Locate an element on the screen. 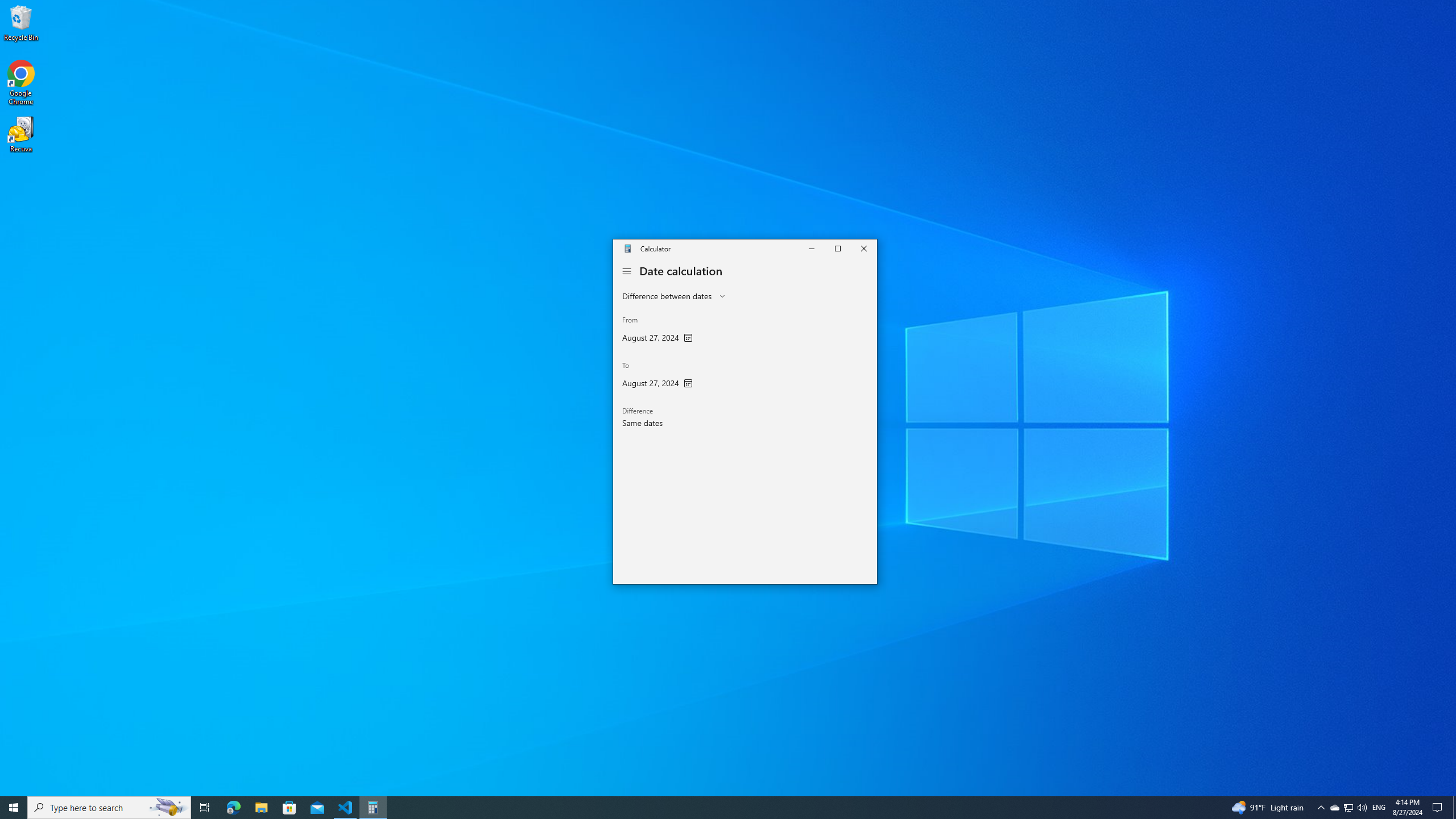 This screenshot has height=819, width=1456. 'Microsoft Edge' is located at coordinates (233, 806).